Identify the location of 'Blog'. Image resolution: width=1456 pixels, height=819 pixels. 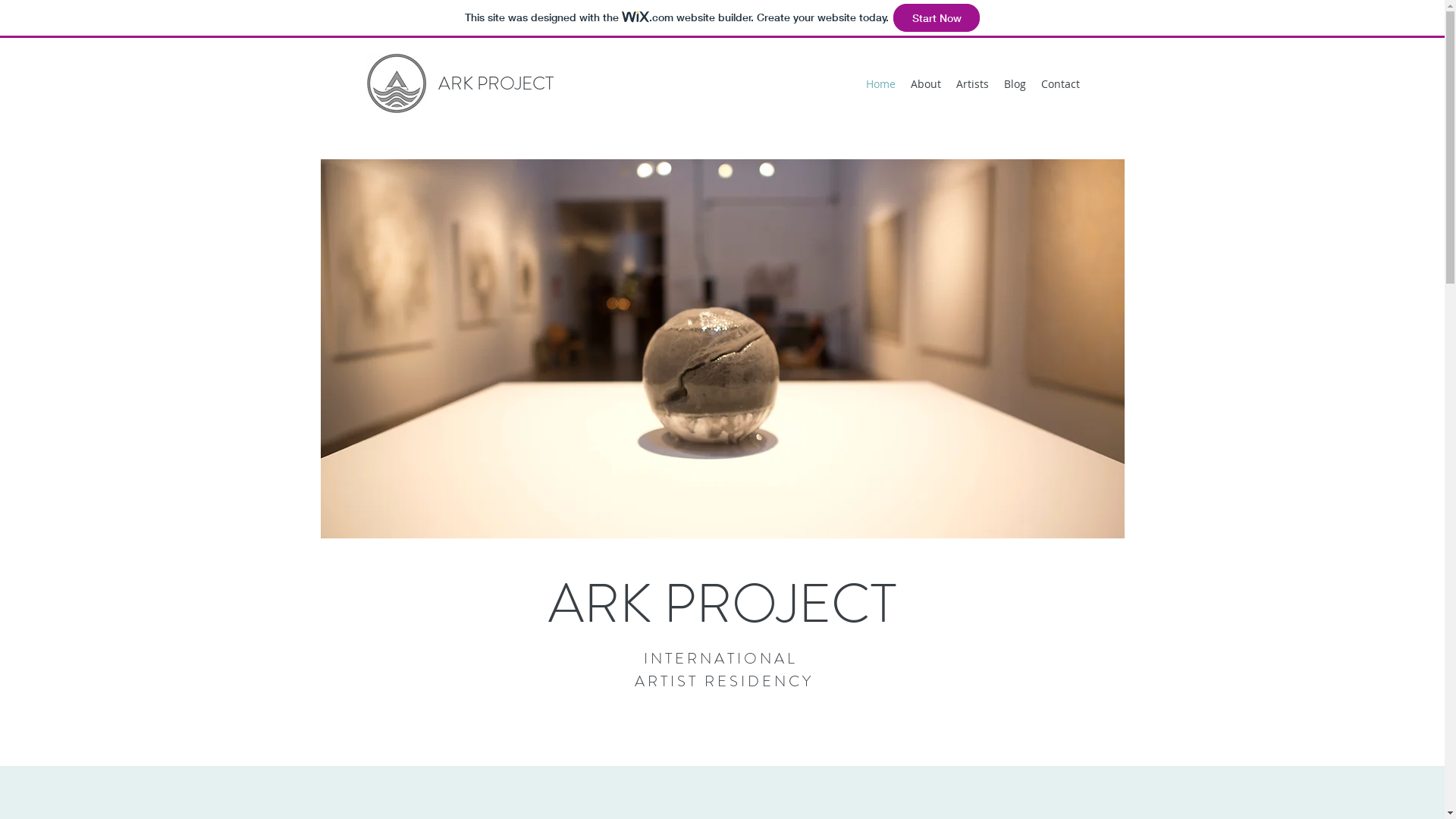
(1015, 84).